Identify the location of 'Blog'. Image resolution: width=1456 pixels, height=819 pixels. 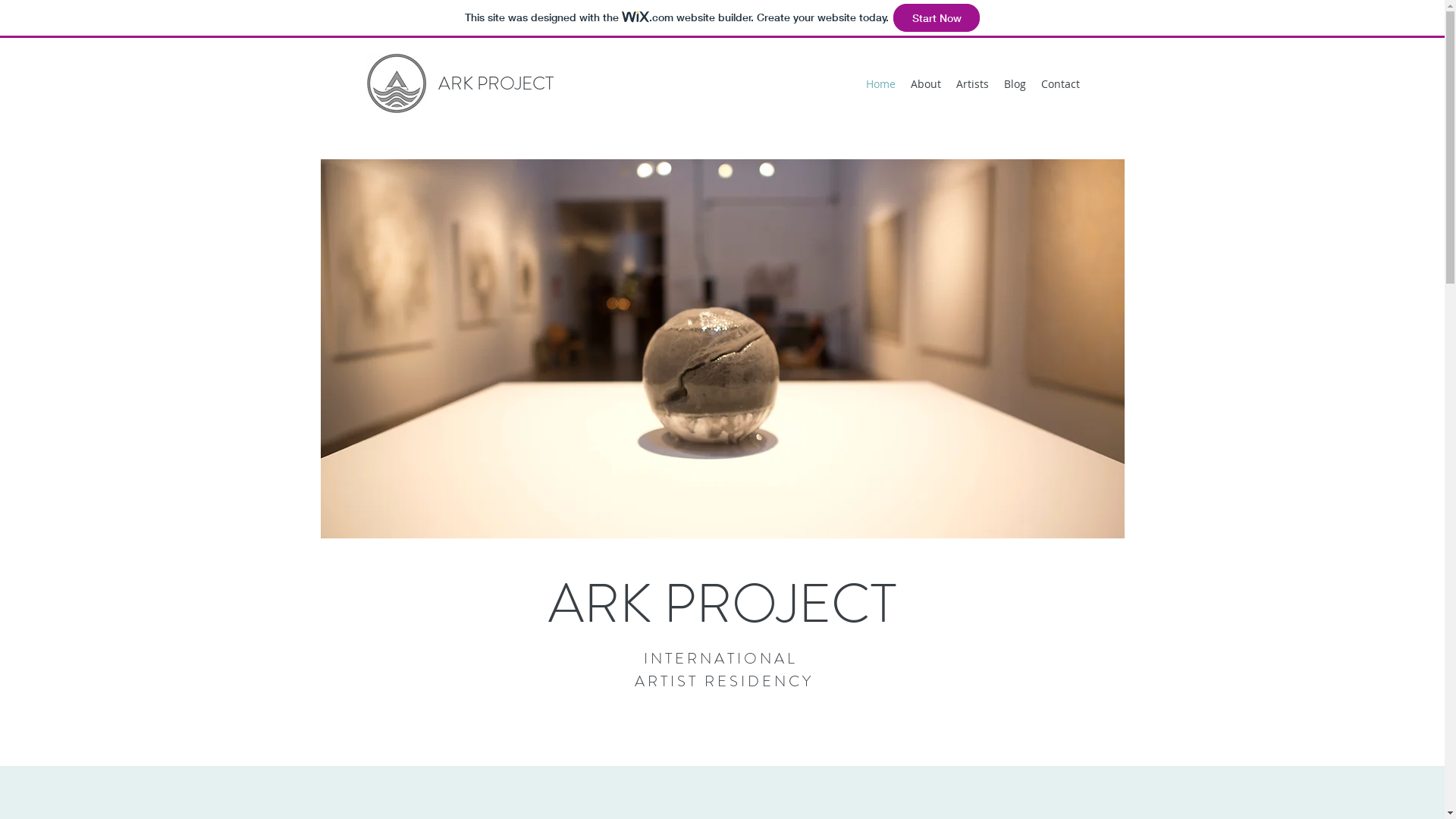
(1015, 84).